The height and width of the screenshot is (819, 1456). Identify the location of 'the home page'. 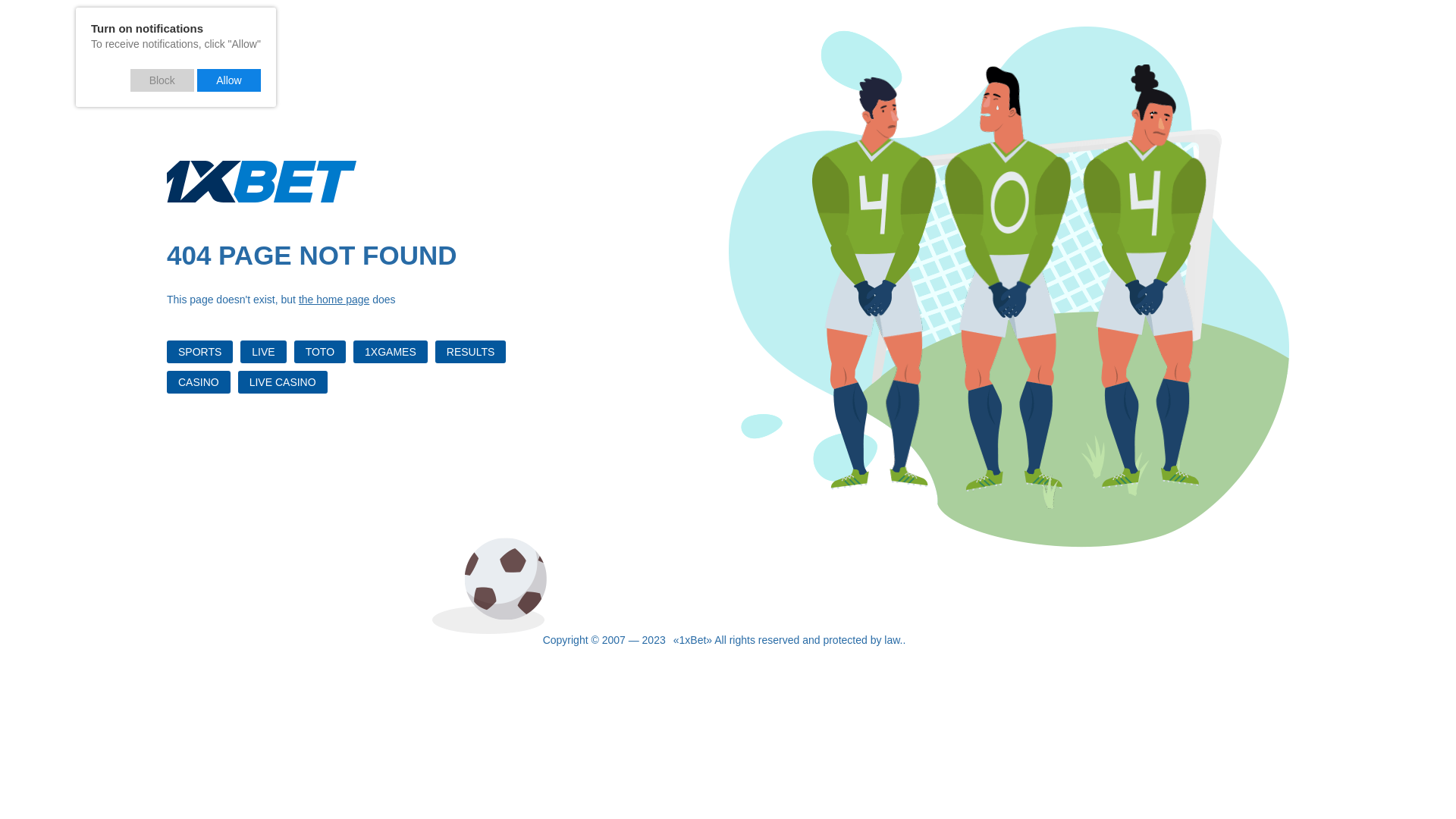
(333, 299).